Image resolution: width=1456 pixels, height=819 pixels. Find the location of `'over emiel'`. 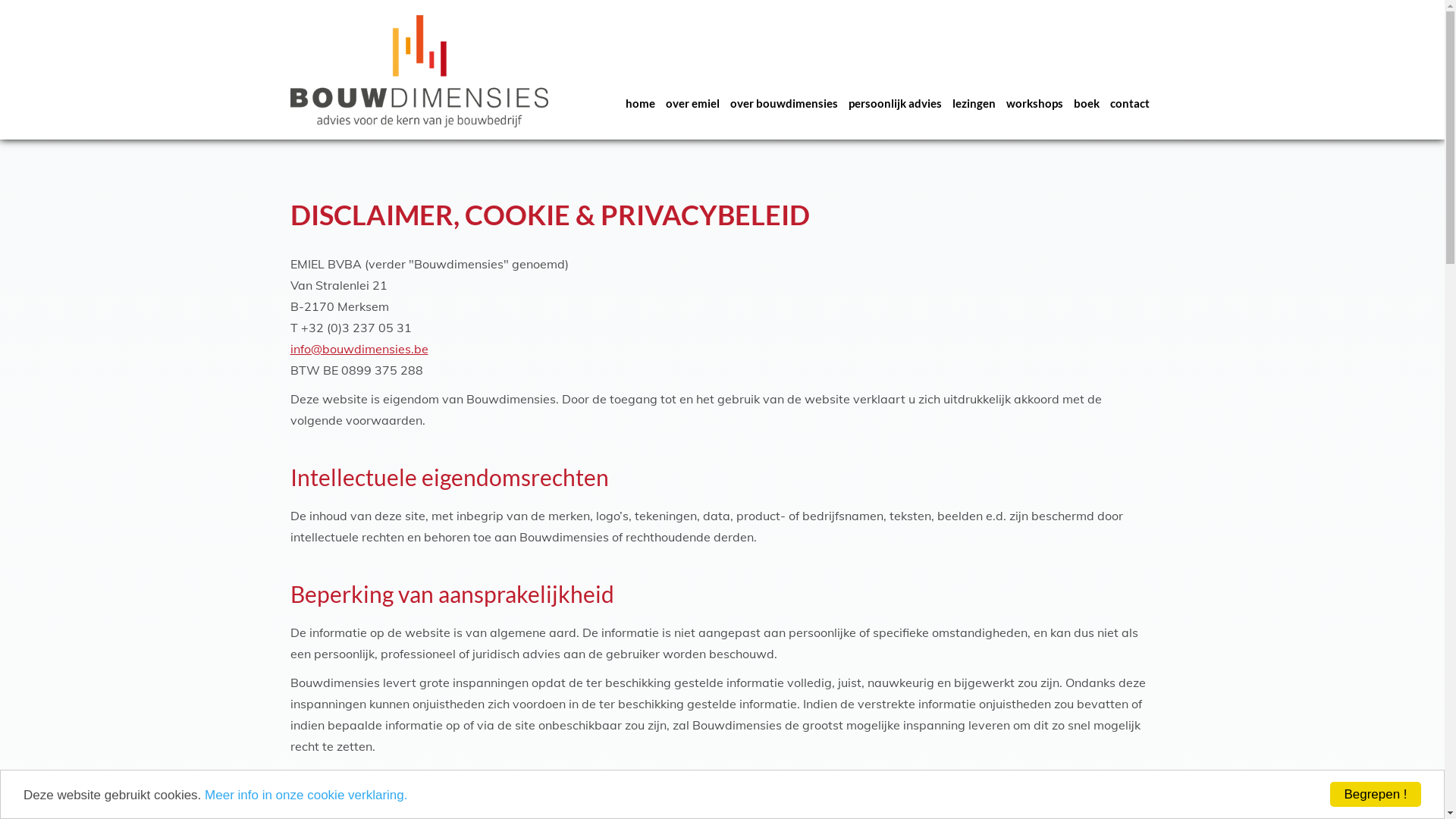

'over emiel' is located at coordinates (691, 102).